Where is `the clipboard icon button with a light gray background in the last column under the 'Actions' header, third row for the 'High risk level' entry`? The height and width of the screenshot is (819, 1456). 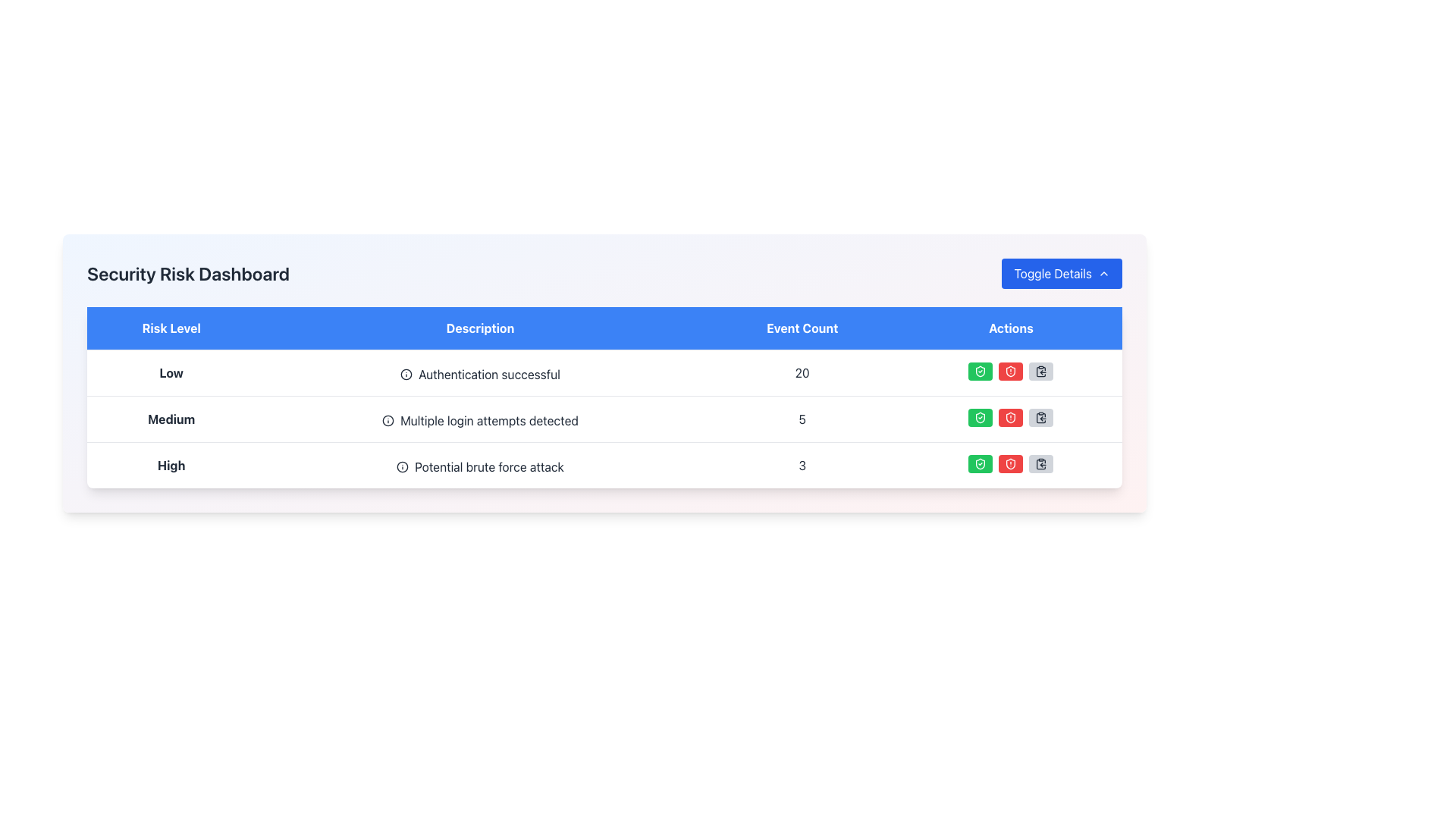 the clipboard icon button with a light gray background in the last column under the 'Actions' header, third row for the 'High risk level' entry is located at coordinates (1040, 371).